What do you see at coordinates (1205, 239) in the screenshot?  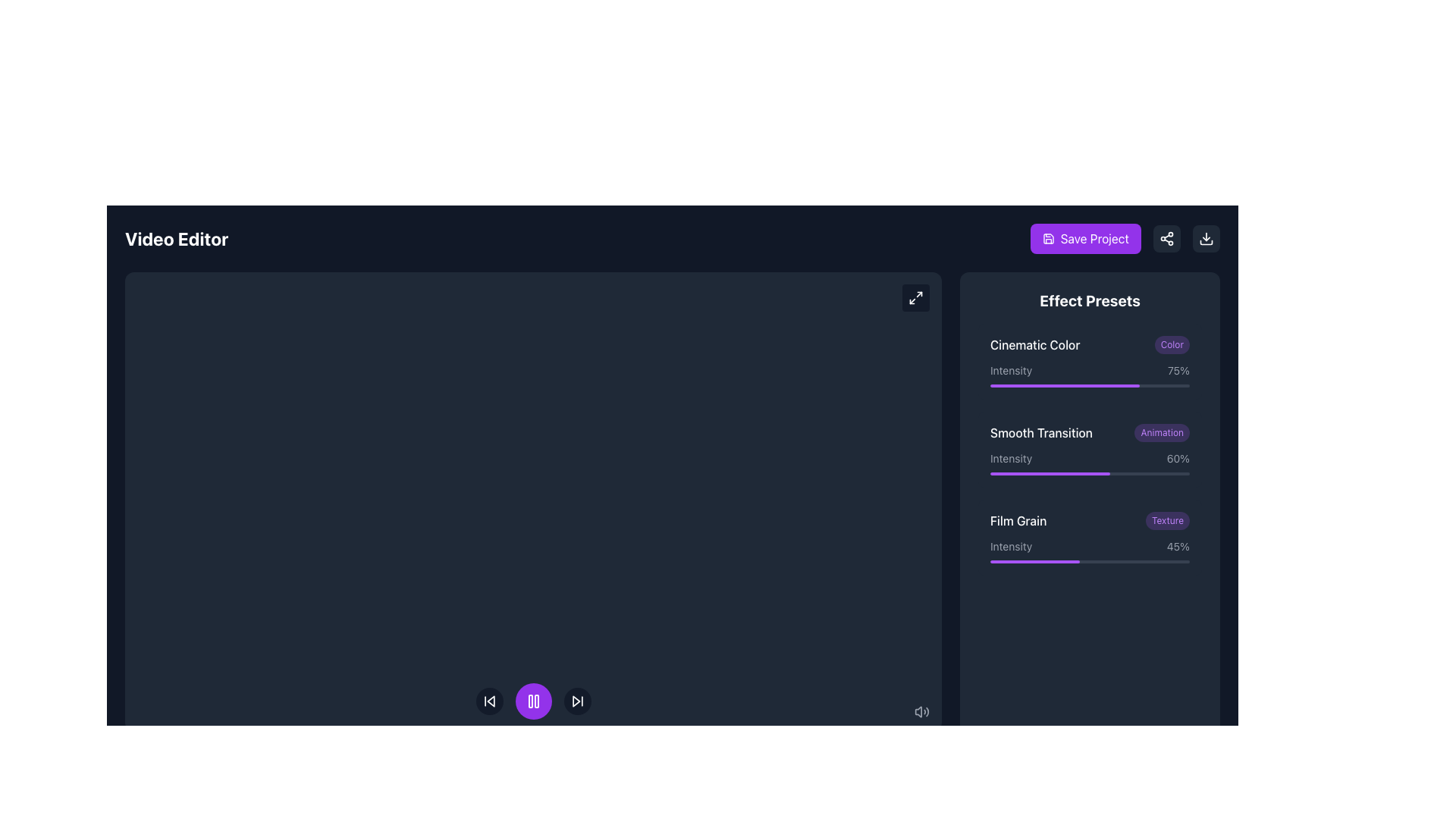 I see `the third button with a dark gray background and a downward arrow icon located in the top-right corner of the interface` at bounding box center [1205, 239].